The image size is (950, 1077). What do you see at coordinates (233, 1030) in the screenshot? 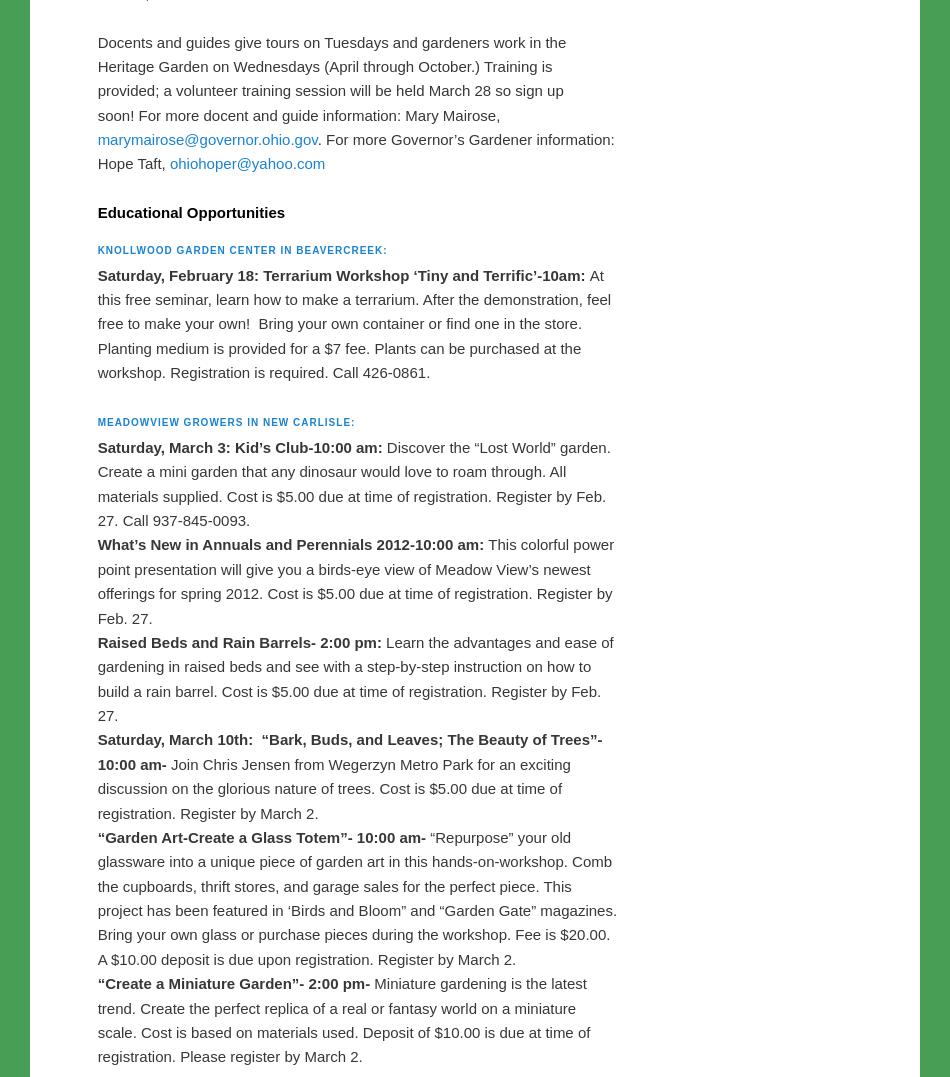
I see `'“Create a Miniature Garden”- 2:00 pm-'` at bounding box center [233, 1030].